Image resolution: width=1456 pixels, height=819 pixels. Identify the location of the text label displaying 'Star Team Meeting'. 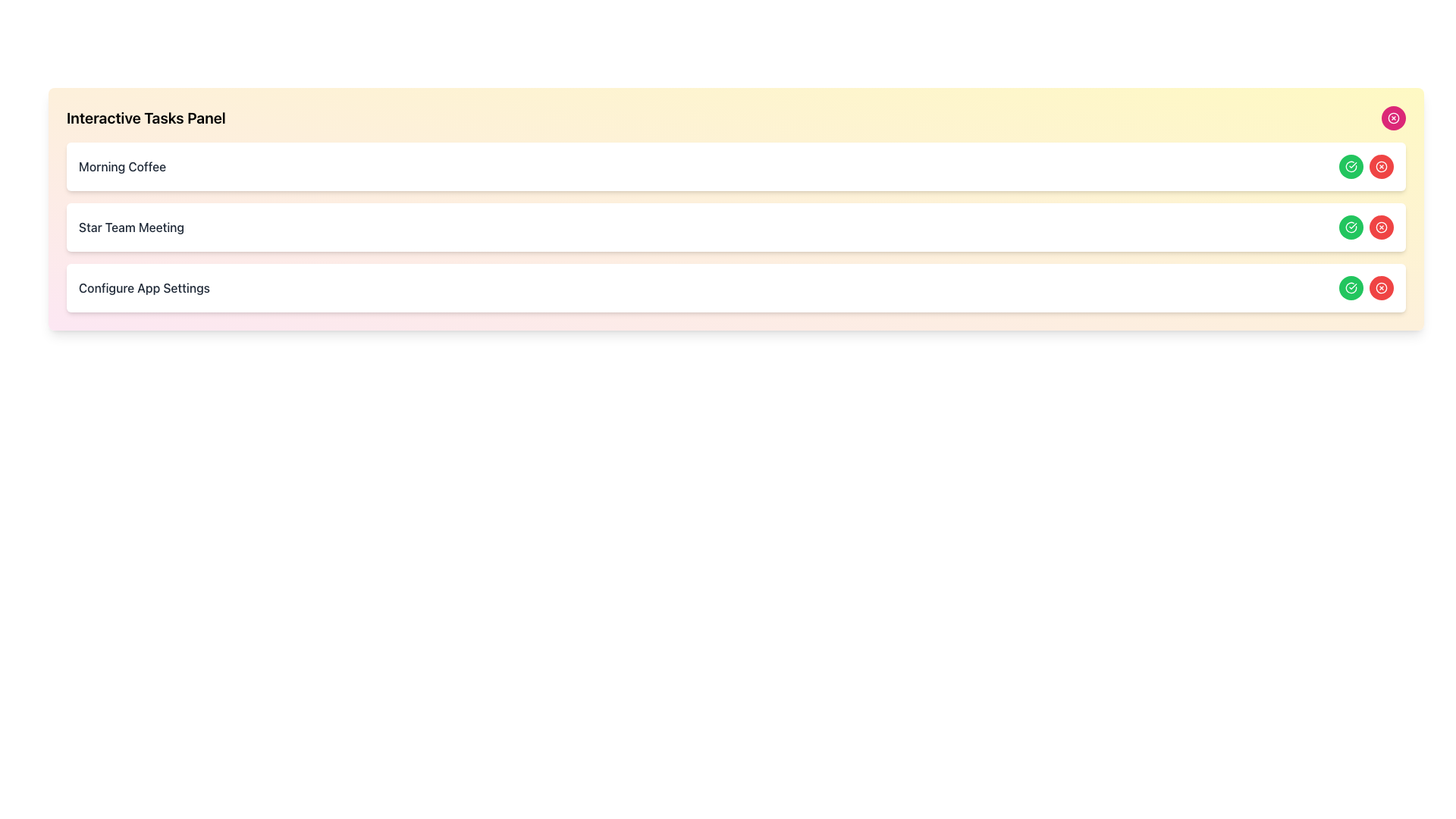
(131, 227).